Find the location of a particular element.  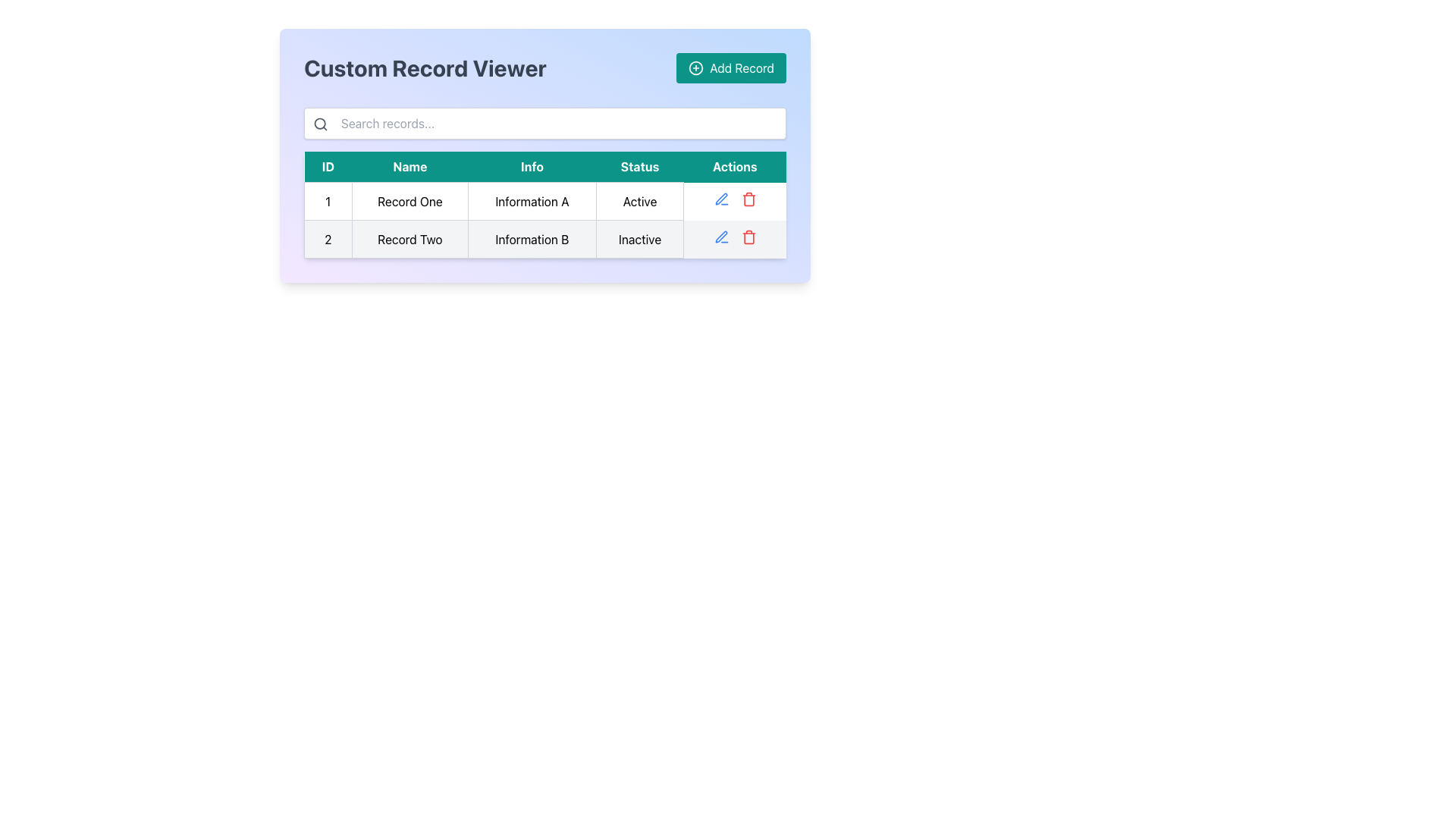

the Text Label that displays the current status as 'Inactive' in the fourth column of the second row of the table located beneath the search bar in the 'Custom Record Viewer' section is located at coordinates (640, 239).